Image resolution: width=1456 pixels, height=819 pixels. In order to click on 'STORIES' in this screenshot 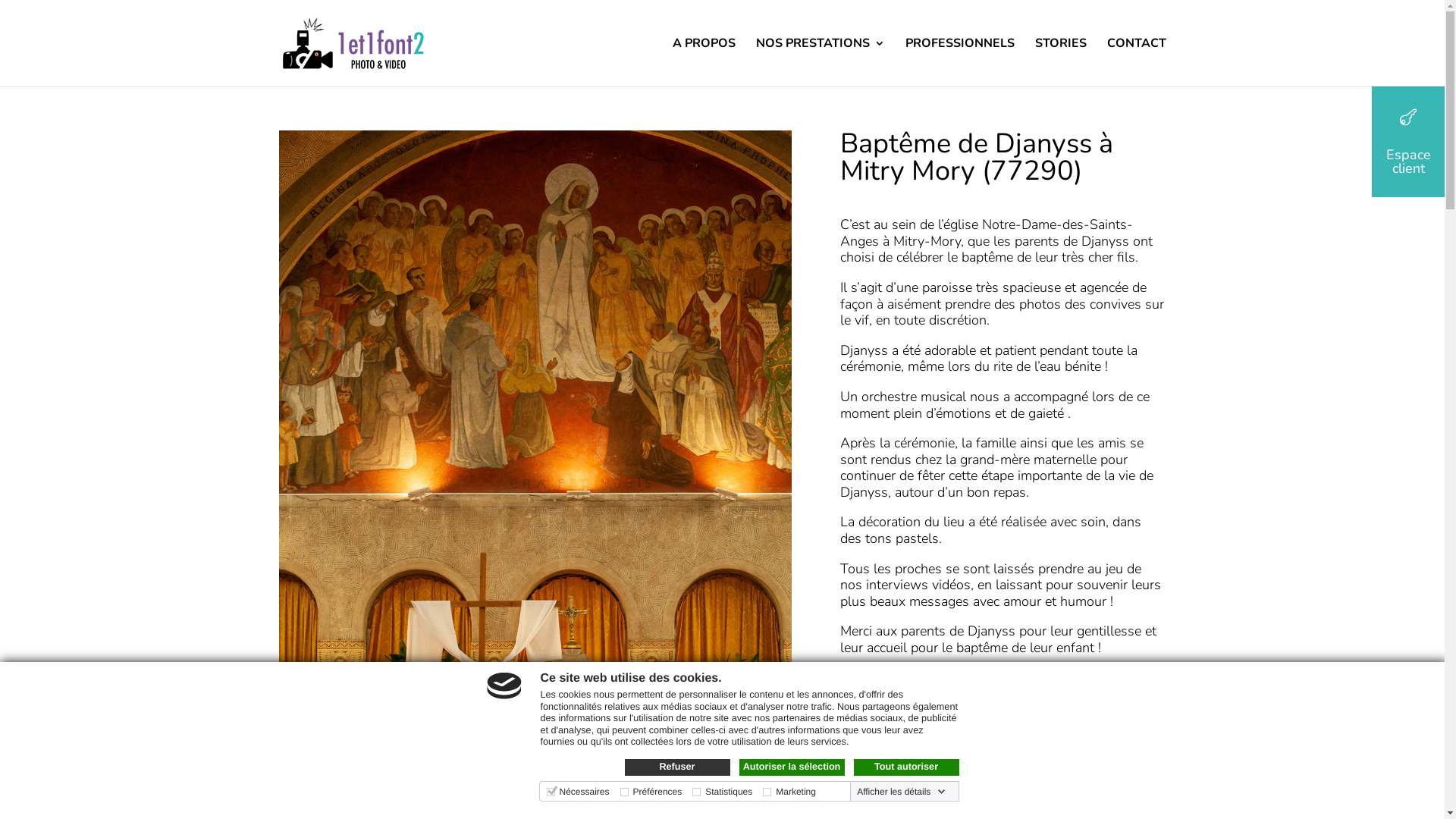, I will do `click(1059, 61)`.